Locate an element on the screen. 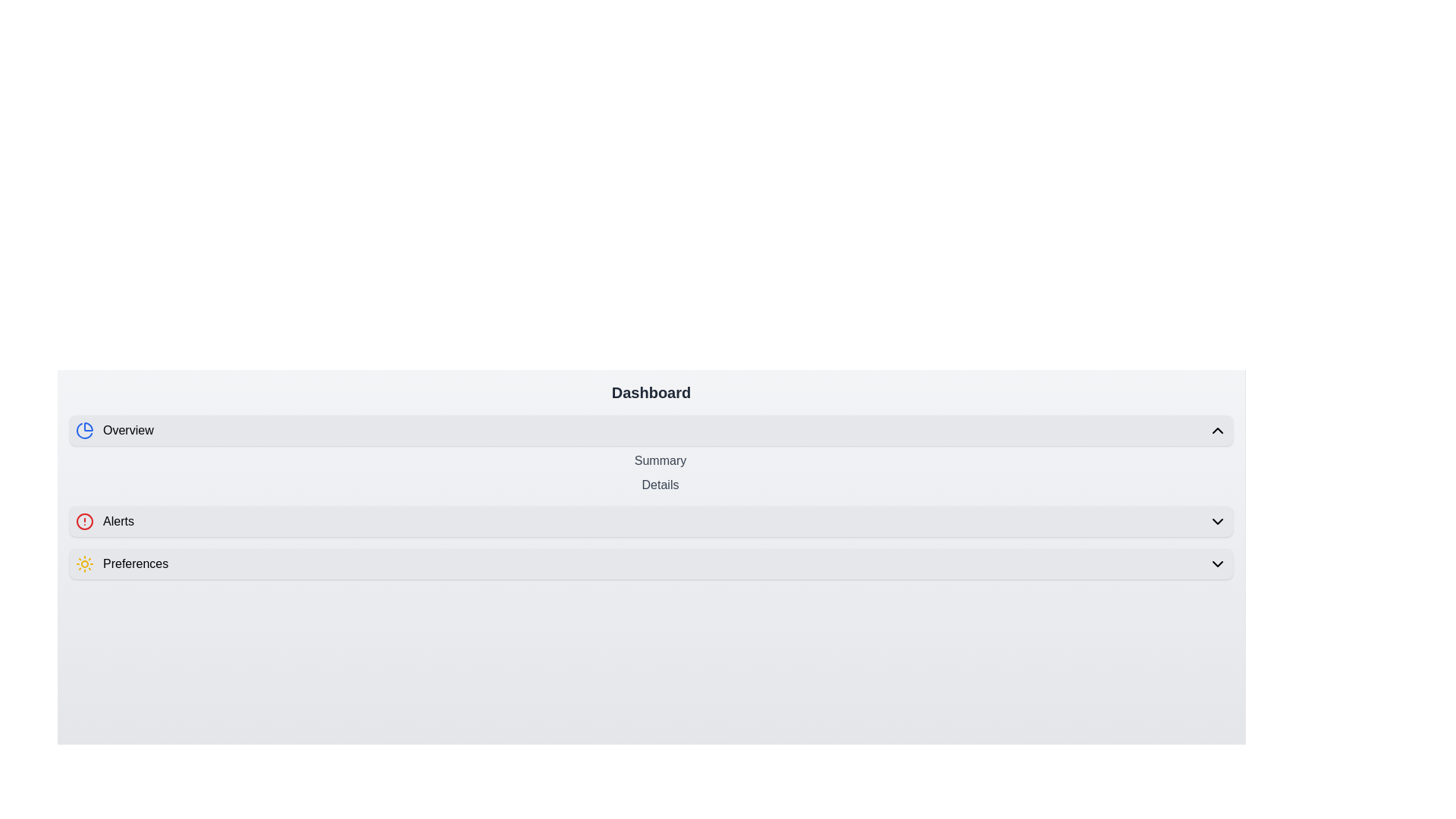  the downward-pointing chevron icon next to the 'Preferences' label is located at coordinates (1218, 564).